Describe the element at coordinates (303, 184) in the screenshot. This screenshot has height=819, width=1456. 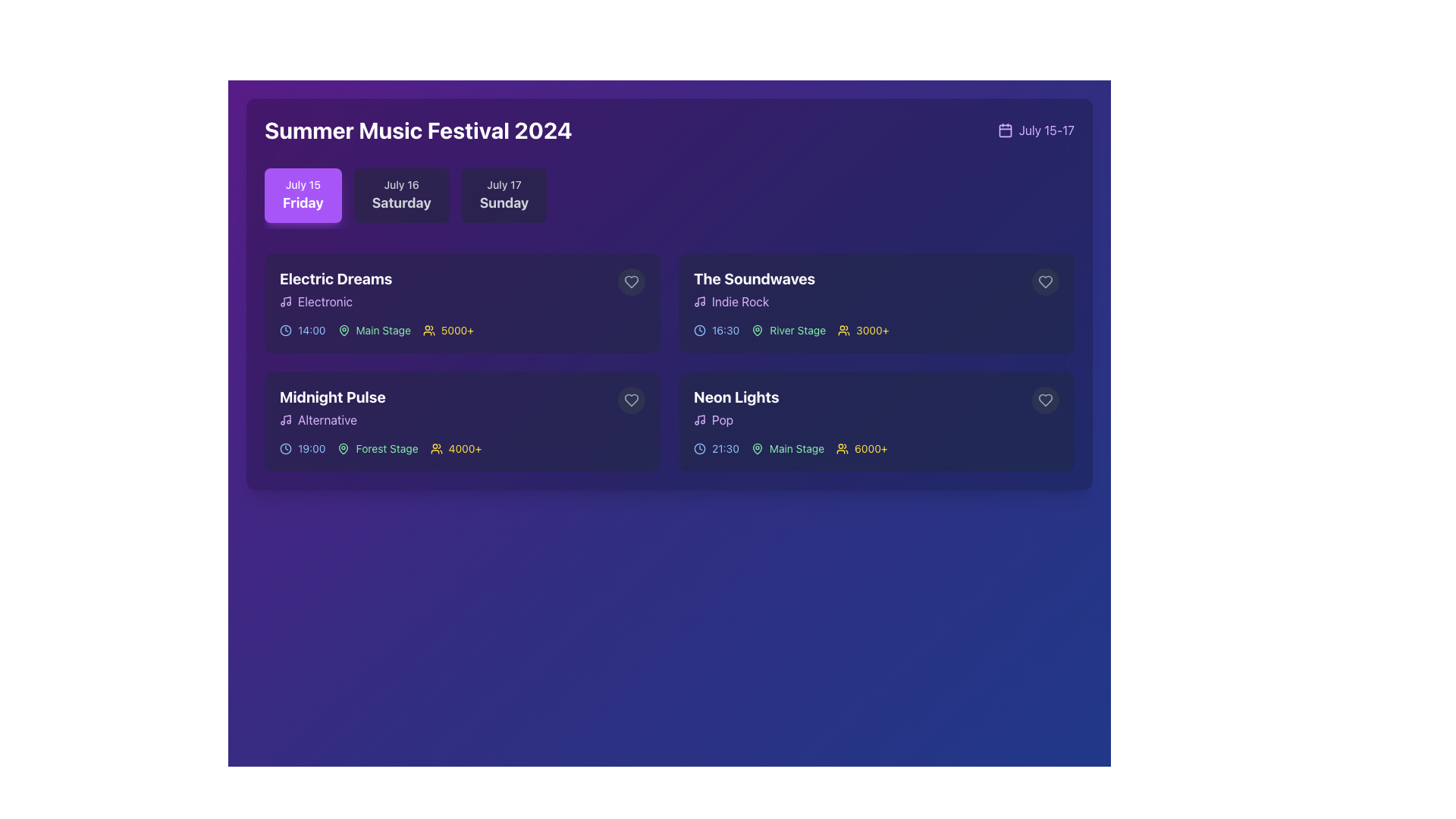
I see `the text label displaying 'July 15', which is styled in white against a purple background and serves as a header above 'Friday'` at that location.